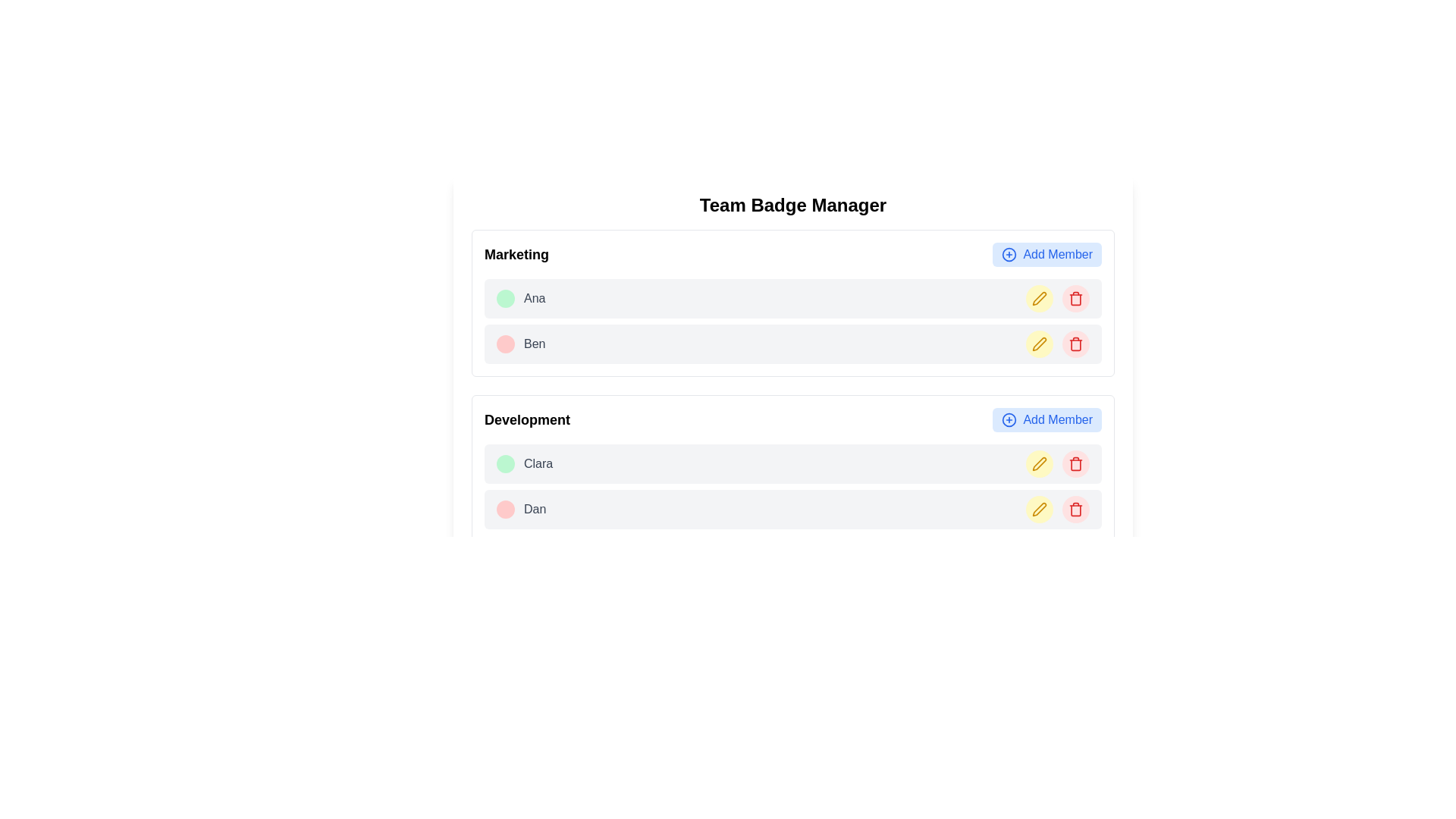 The image size is (1456, 819). I want to click on the right button in the action controls for deleting the 'Dan' entry in the 'Development' section, so click(1057, 509).